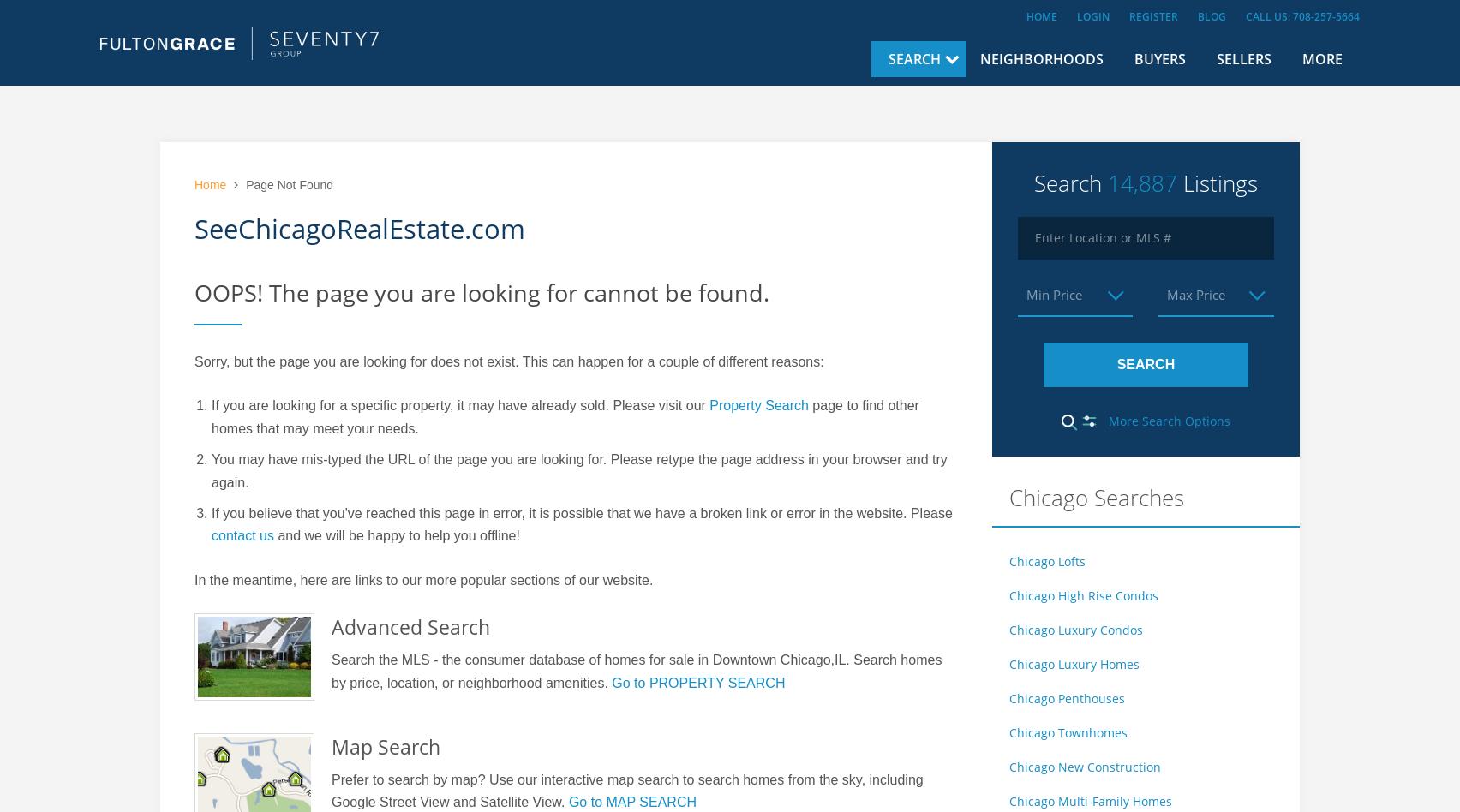  Describe the element at coordinates (564, 416) in the screenshot. I see `'page to find other homes that may meet your needs.'` at that location.